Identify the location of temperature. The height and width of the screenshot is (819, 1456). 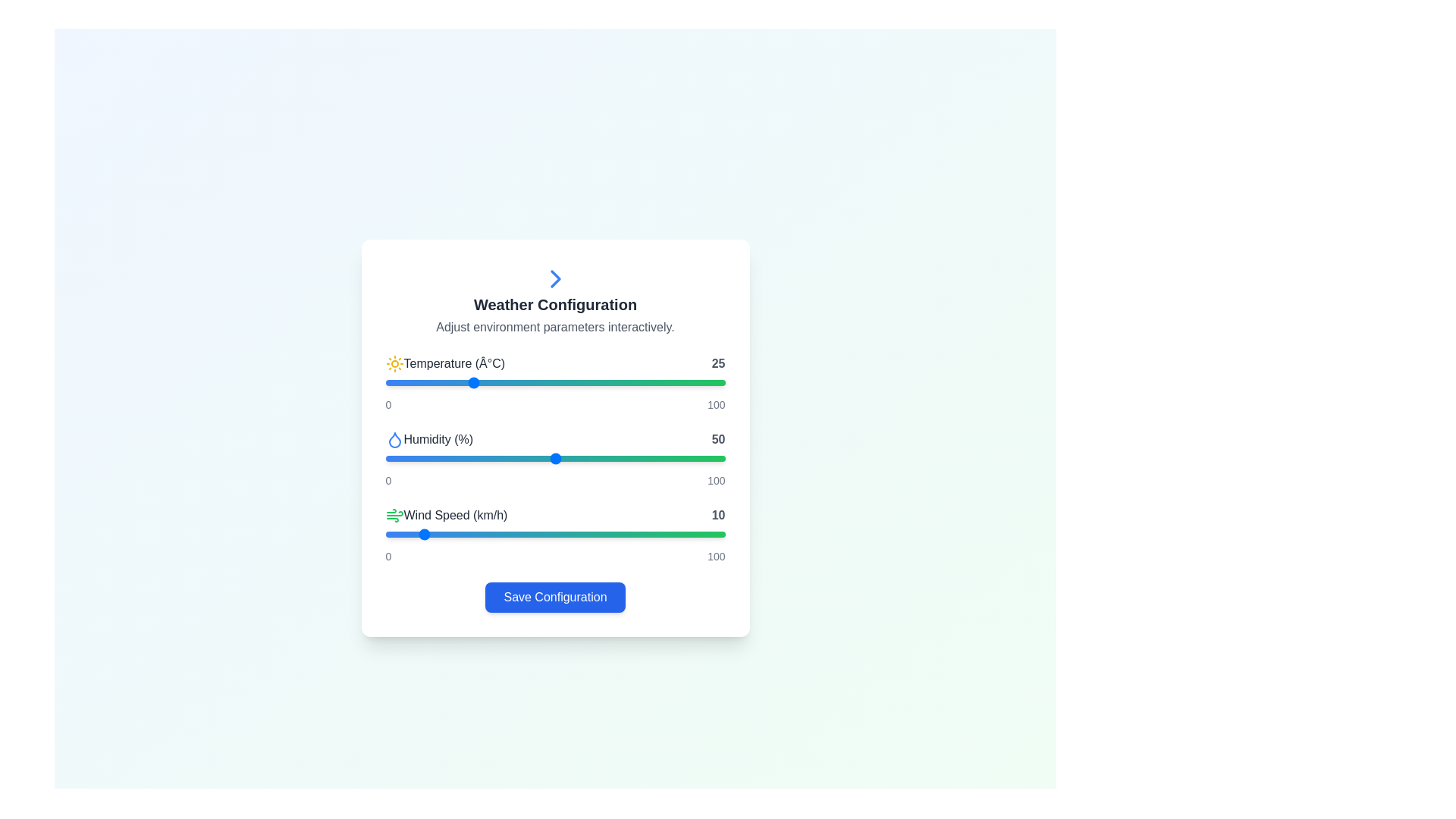
(538, 382).